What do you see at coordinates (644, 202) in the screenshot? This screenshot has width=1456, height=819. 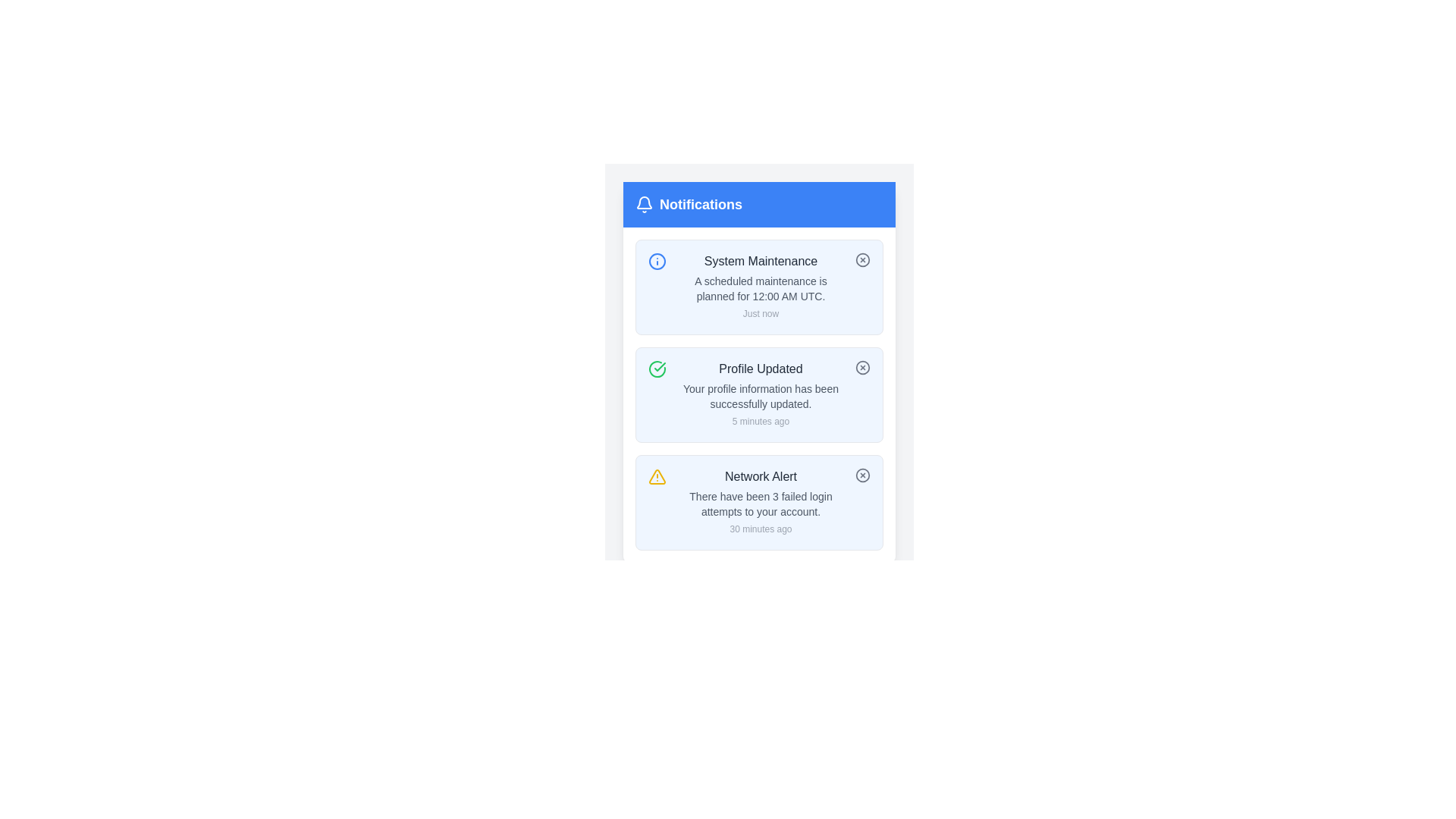 I see `the notification icon located in the notification header section, centered in the top bar above the list of notifications` at bounding box center [644, 202].